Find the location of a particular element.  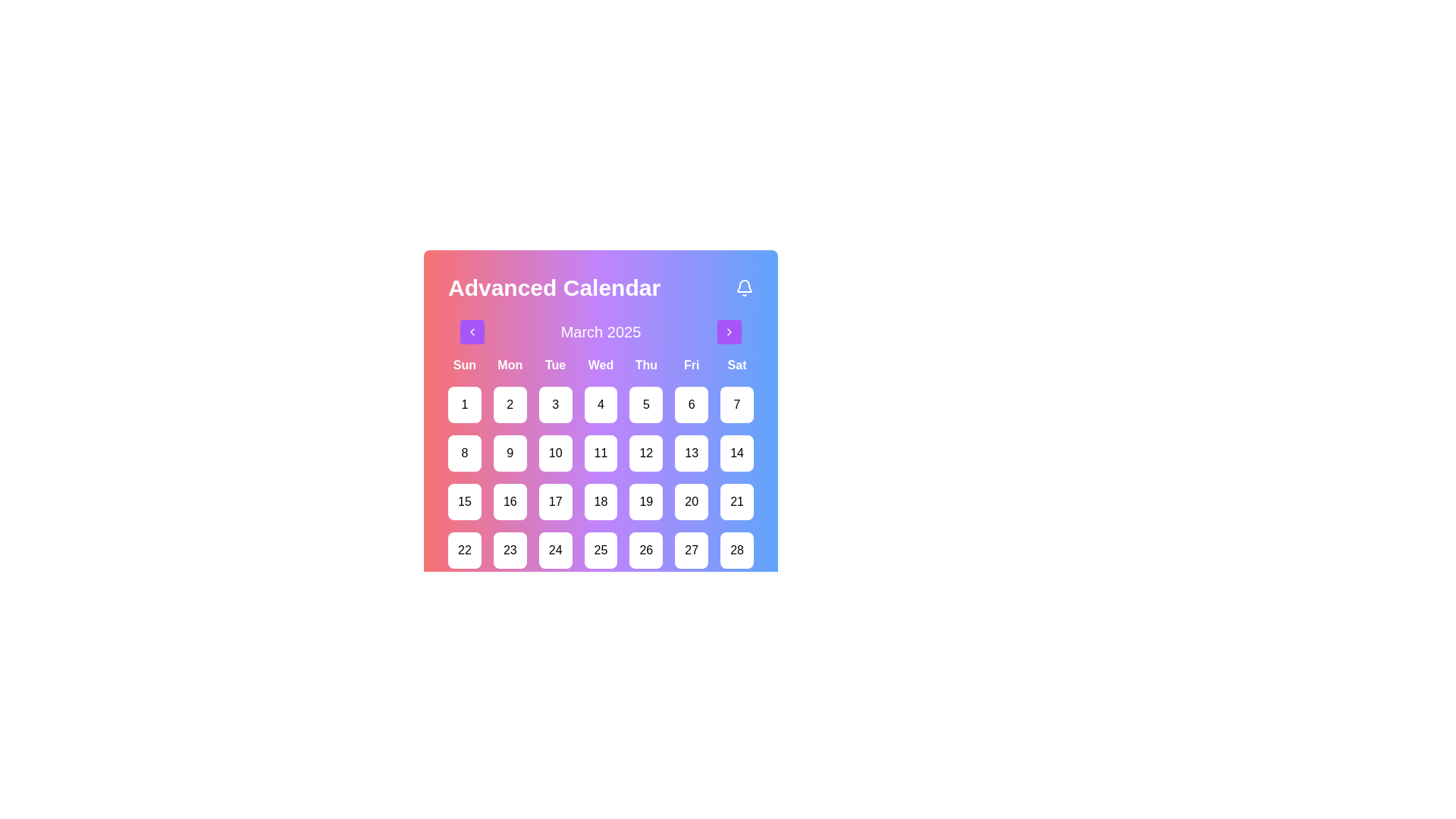

the navigation icon located on the top right side of the calendar widget, adjacent to the month name is located at coordinates (729, 331).